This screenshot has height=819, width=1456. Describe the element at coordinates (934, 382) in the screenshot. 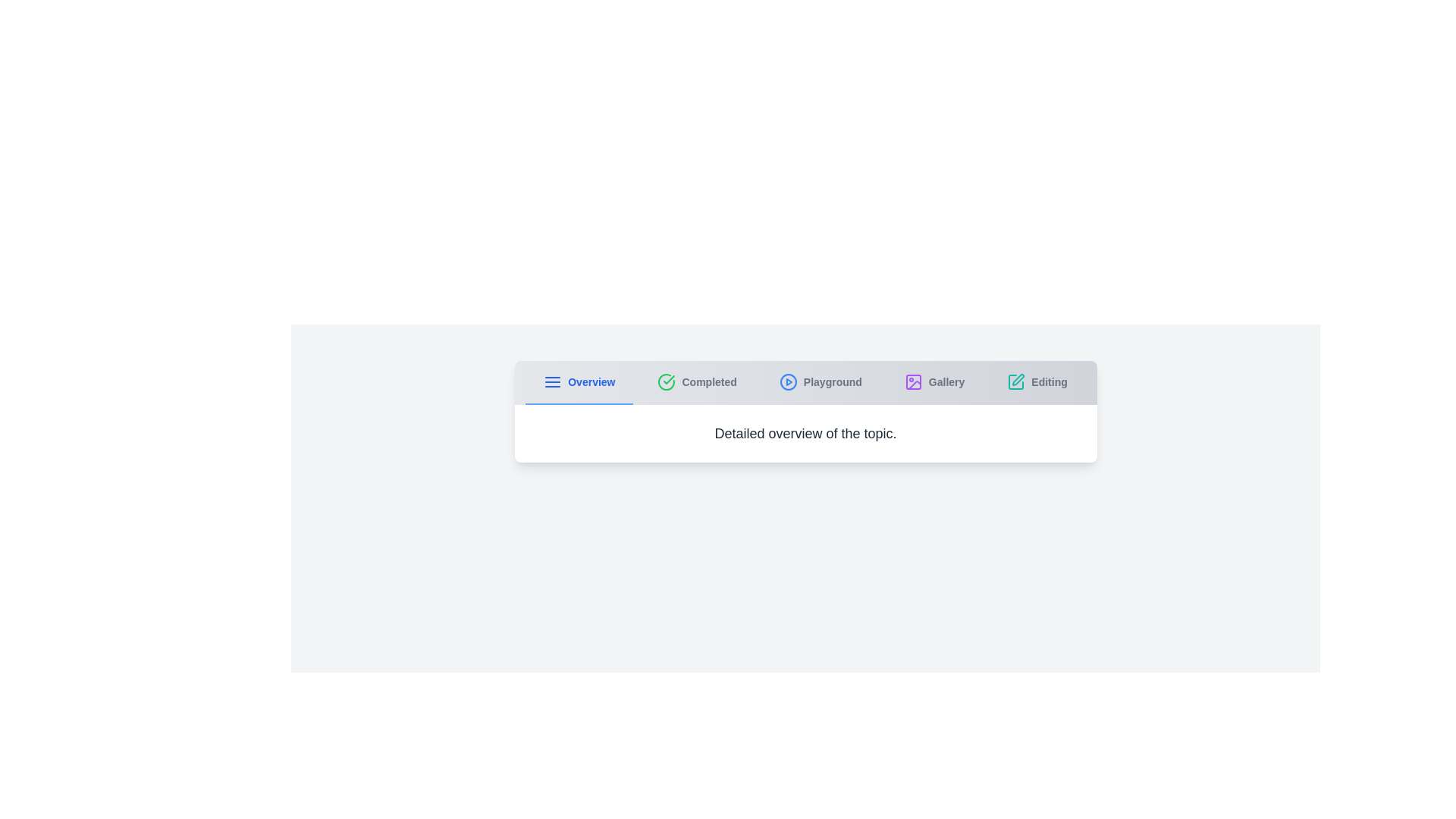

I see `the tab labeled 'Gallery' to view its content` at that location.